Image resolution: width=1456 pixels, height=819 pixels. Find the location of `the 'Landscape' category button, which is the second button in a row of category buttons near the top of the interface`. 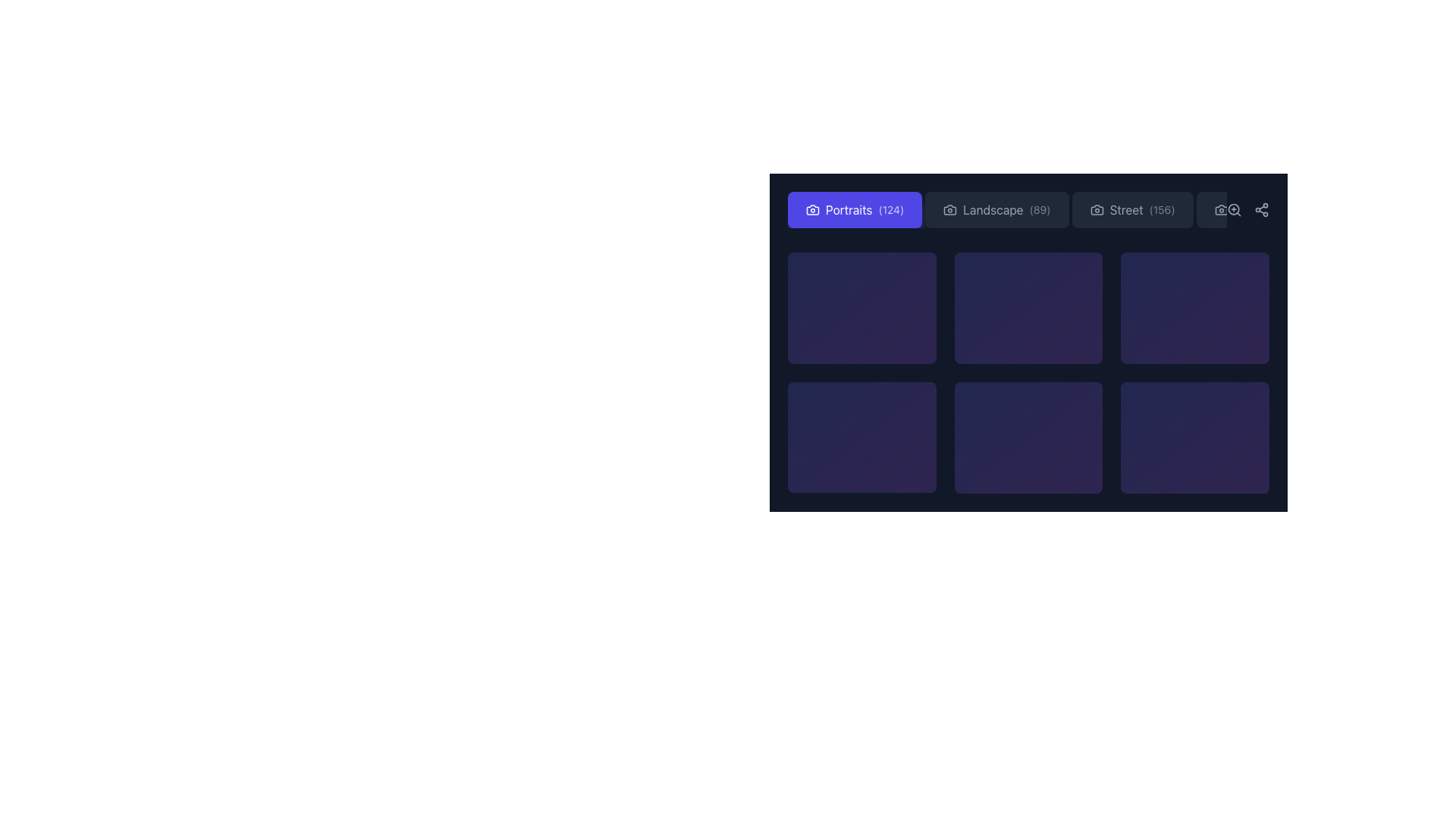

the 'Landscape' category button, which is the second button in a row of category buttons near the top of the interface is located at coordinates (1028, 210).